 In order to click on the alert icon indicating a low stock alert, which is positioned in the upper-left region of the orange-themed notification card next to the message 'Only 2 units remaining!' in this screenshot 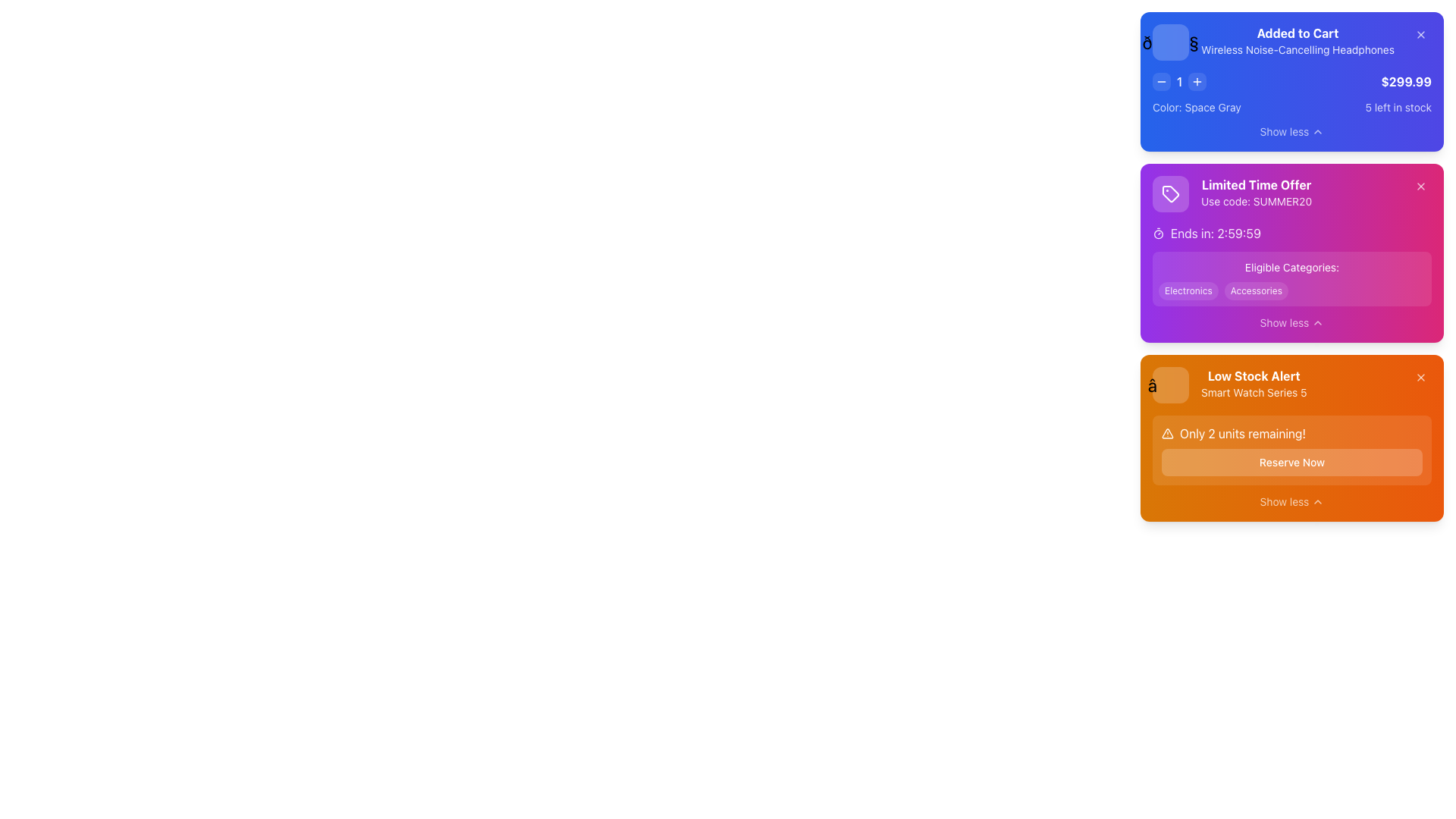, I will do `click(1167, 433)`.